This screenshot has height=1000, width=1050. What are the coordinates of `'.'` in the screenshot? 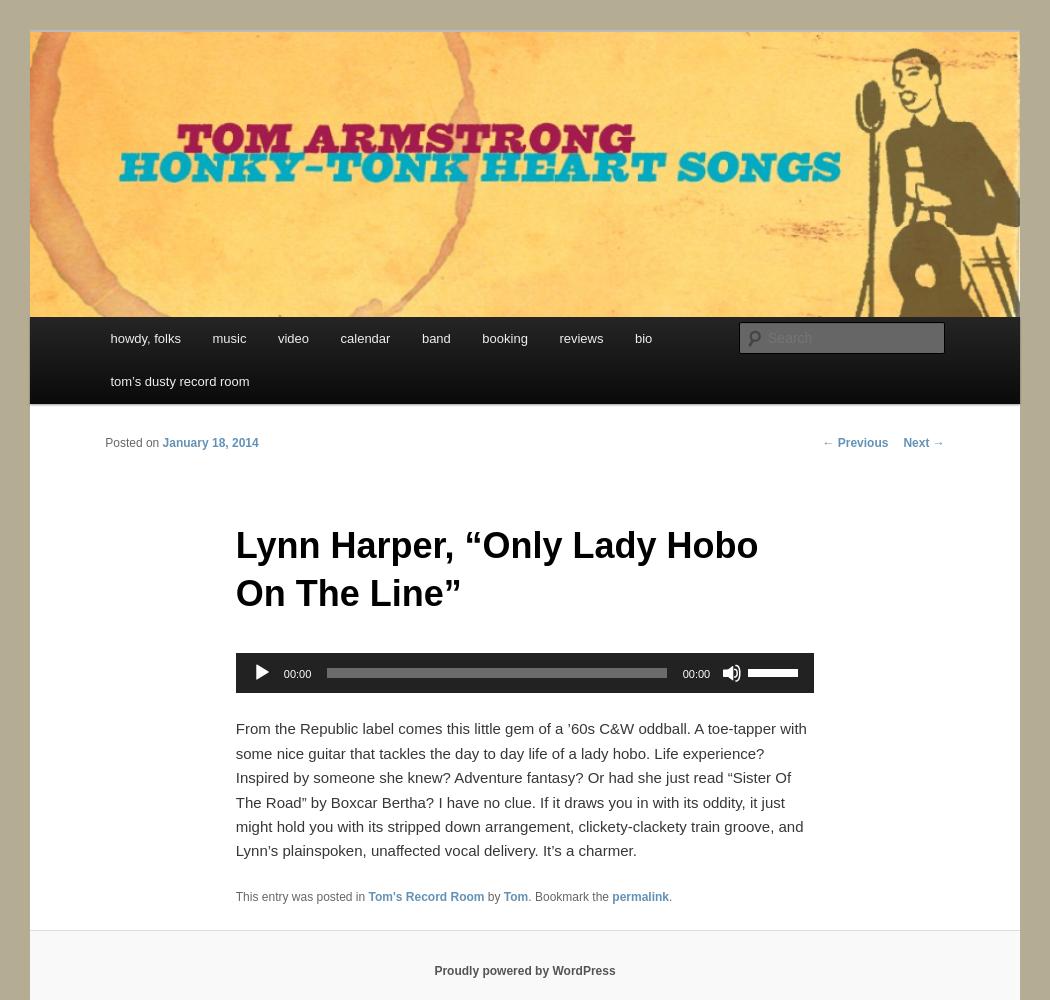 It's located at (669, 897).